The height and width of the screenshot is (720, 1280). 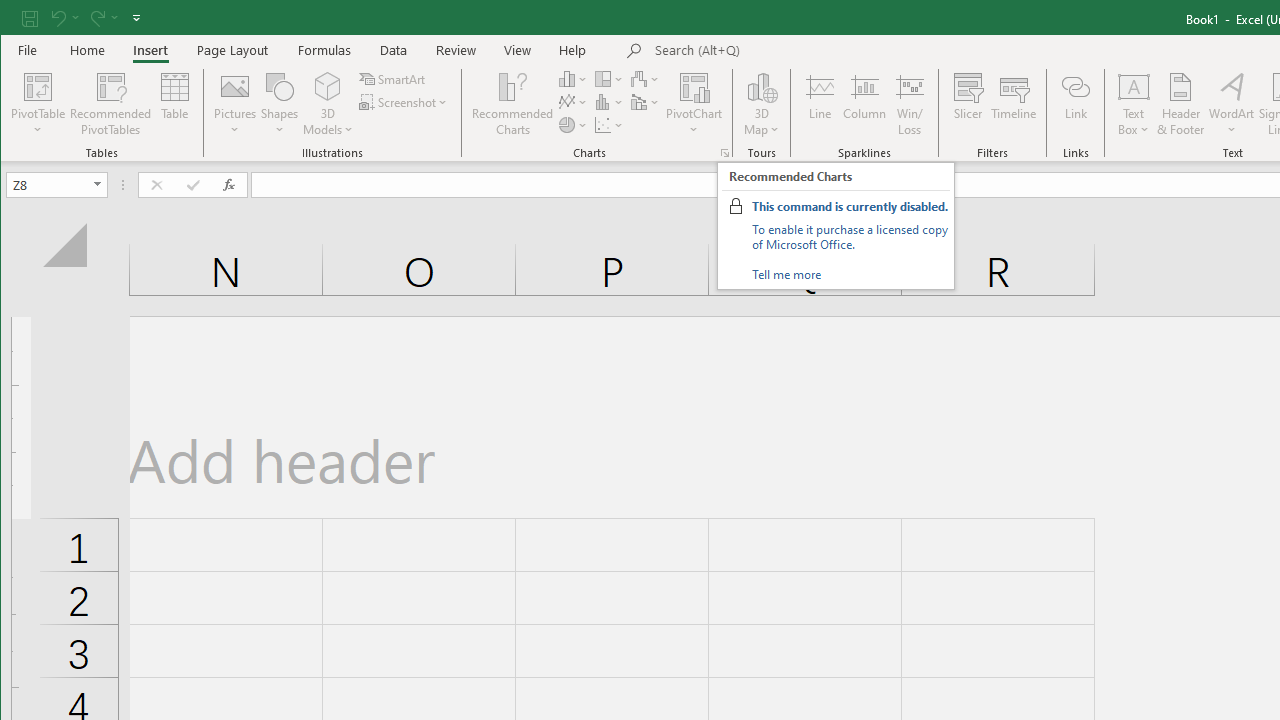 What do you see at coordinates (1014, 104) in the screenshot?
I see `'Timeline'` at bounding box center [1014, 104].